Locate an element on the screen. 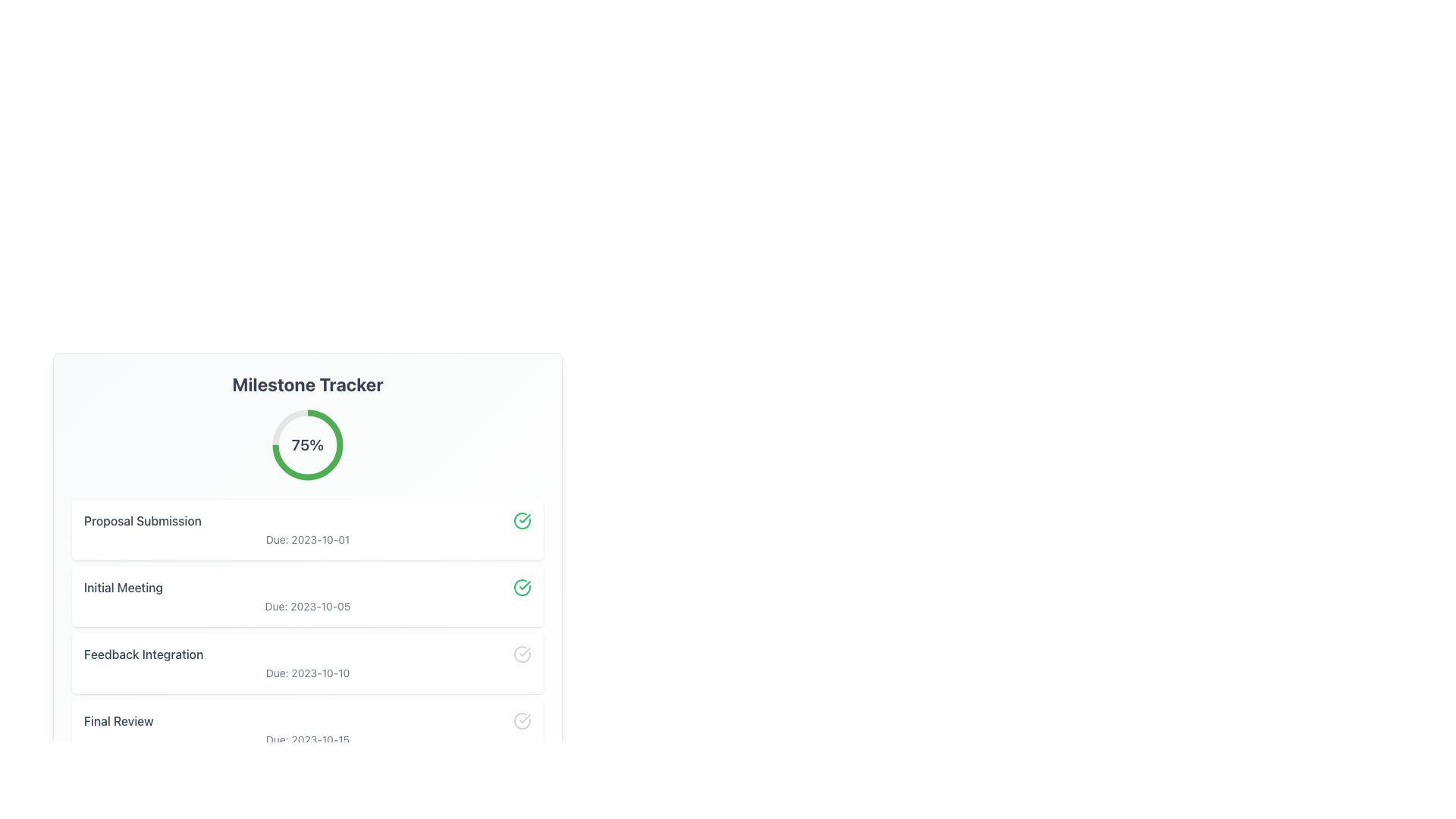  the text label displaying 'Due: 2023-10-15' located at the bottom right of the 'Final Review' card is located at coordinates (307, 739).